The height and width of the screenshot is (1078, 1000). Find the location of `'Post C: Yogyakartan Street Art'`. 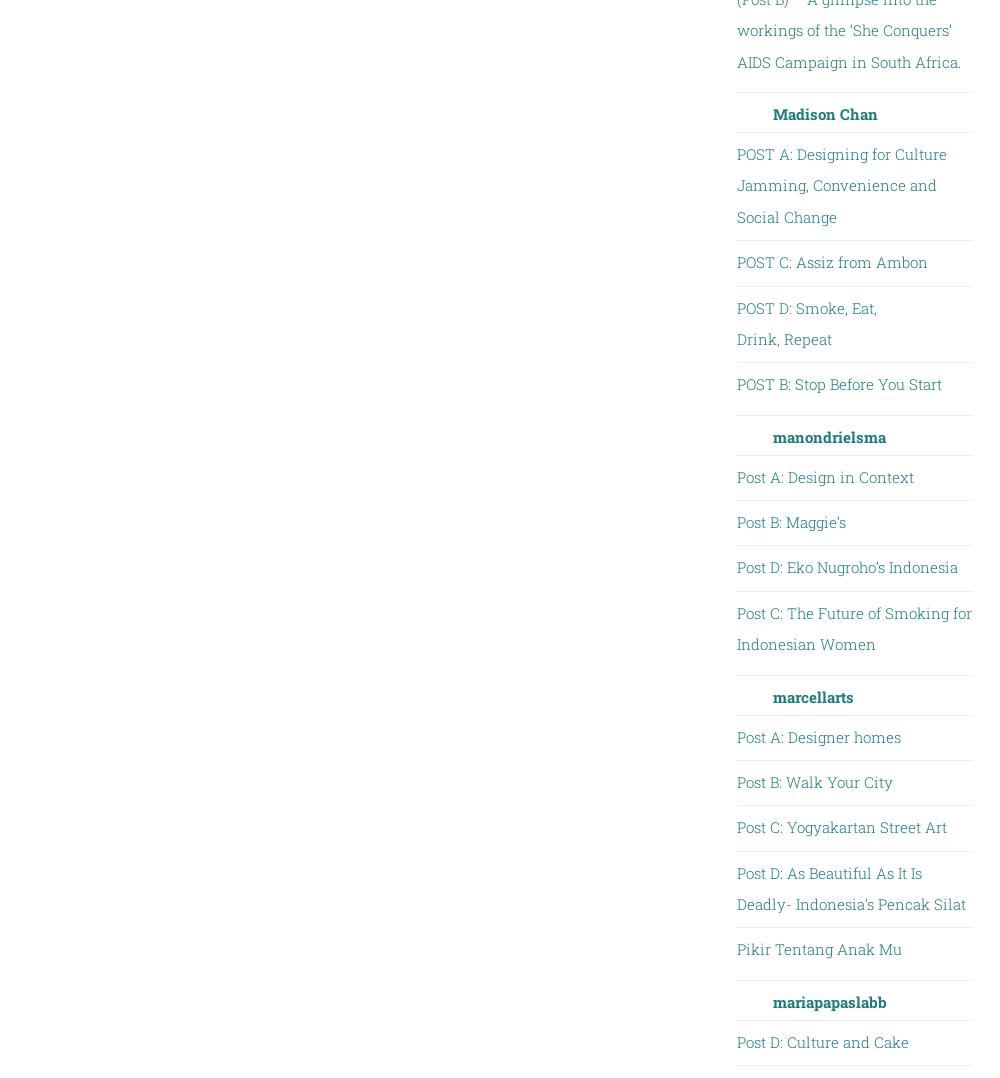

'Post C: Yogyakartan Street Art' is located at coordinates (840, 827).